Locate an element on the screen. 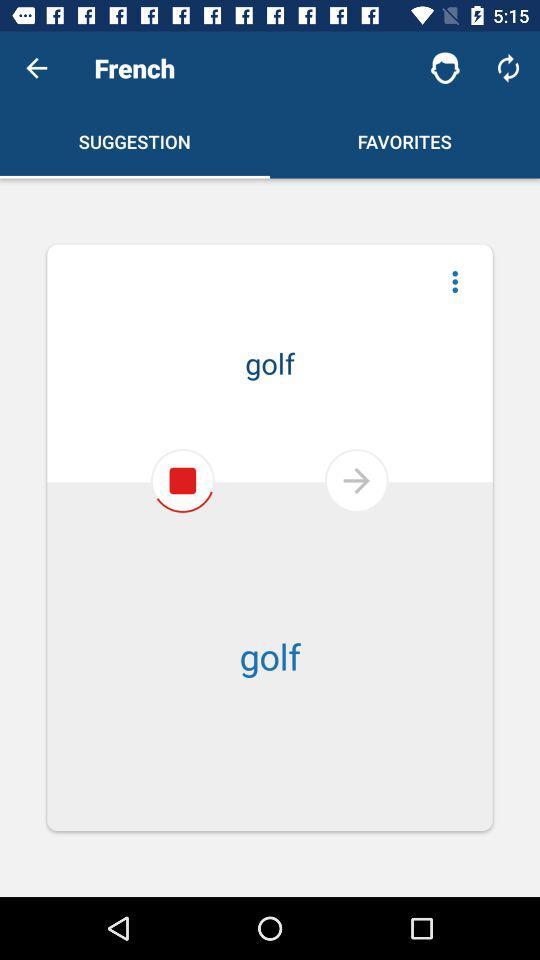 The height and width of the screenshot is (960, 540). the option below favorites is located at coordinates (455, 281).